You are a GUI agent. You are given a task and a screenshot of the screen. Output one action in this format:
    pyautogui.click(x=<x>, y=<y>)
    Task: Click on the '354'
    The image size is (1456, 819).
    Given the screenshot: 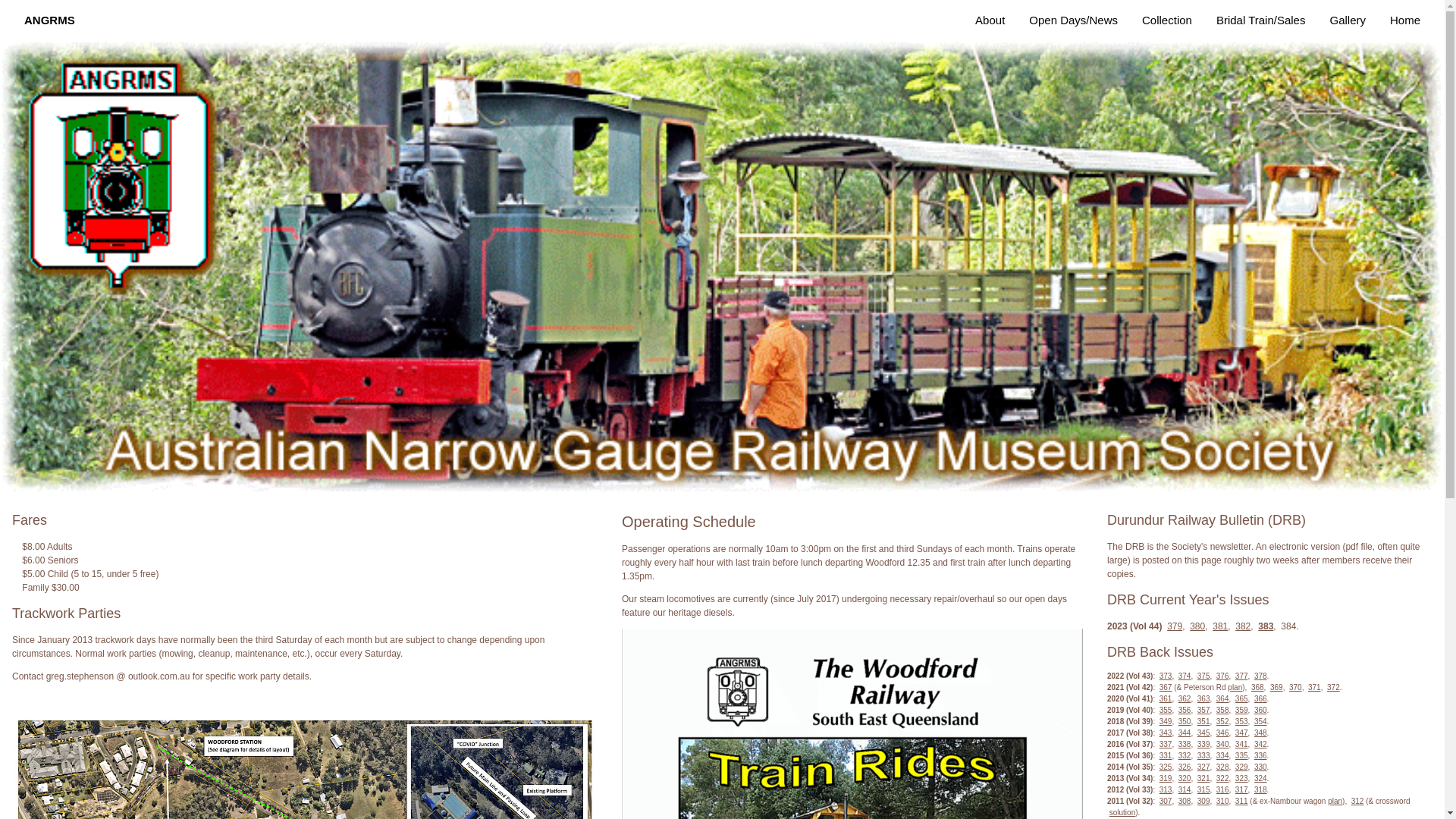 What is the action you would take?
    pyautogui.click(x=1260, y=720)
    